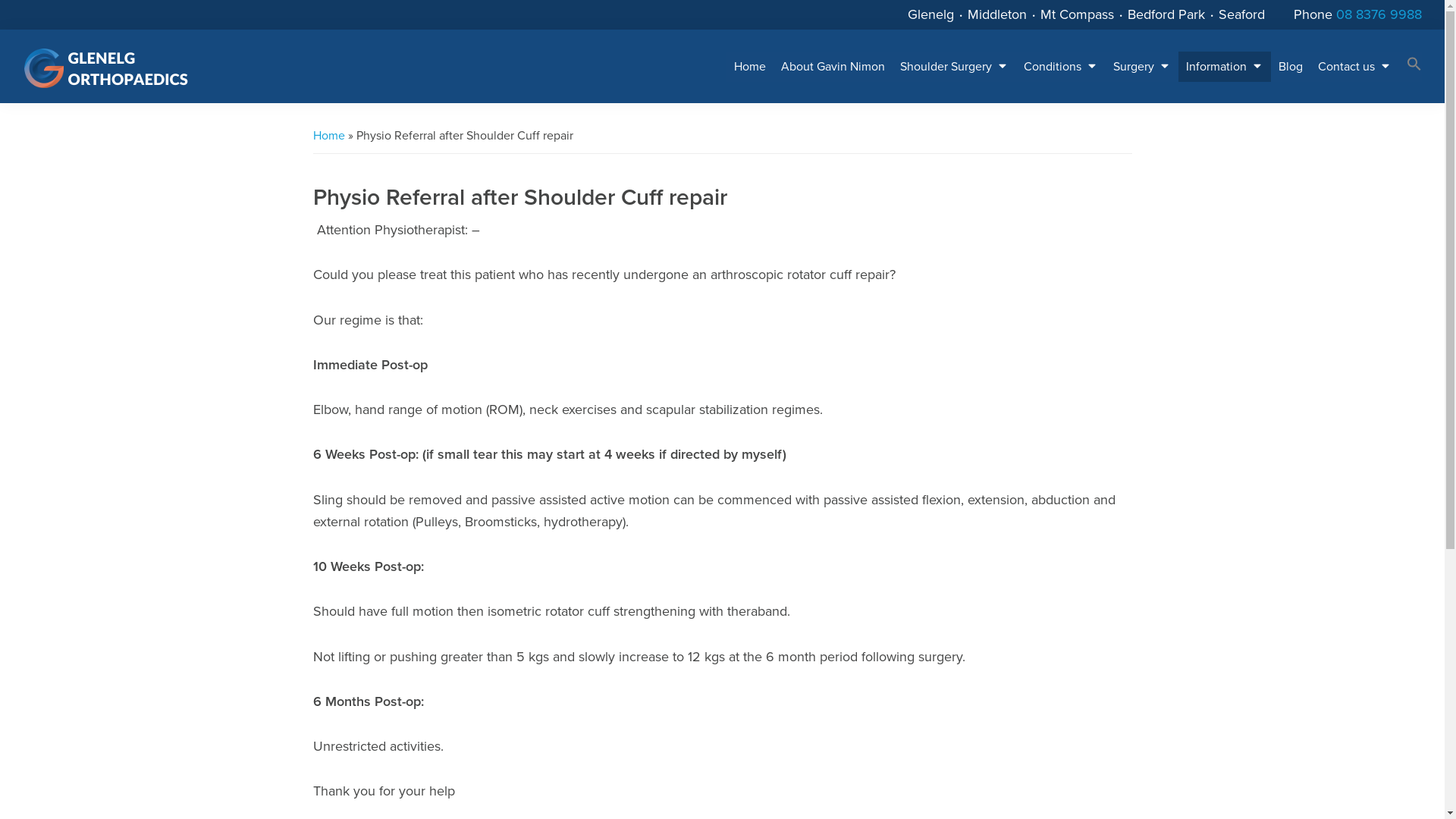 This screenshot has height=819, width=1456. What do you see at coordinates (1178, 66) in the screenshot?
I see `'Information'` at bounding box center [1178, 66].